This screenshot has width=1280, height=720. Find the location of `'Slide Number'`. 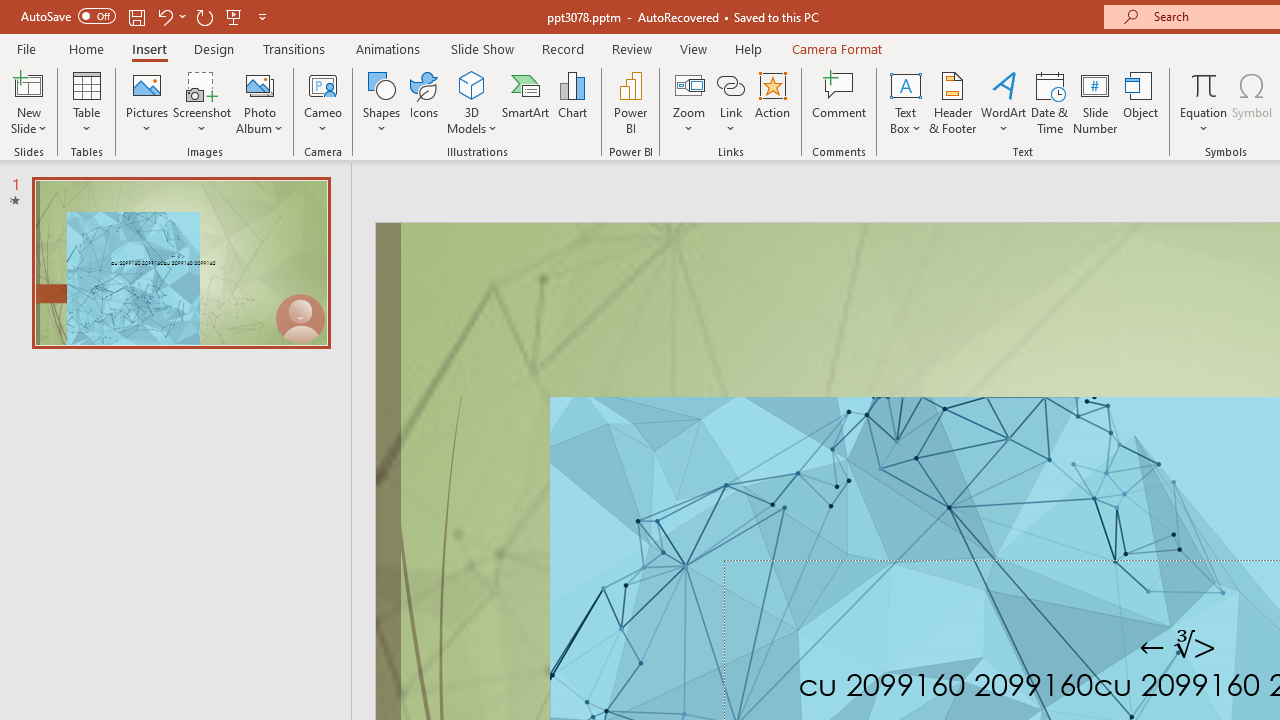

'Slide Number' is located at coordinates (1094, 103).